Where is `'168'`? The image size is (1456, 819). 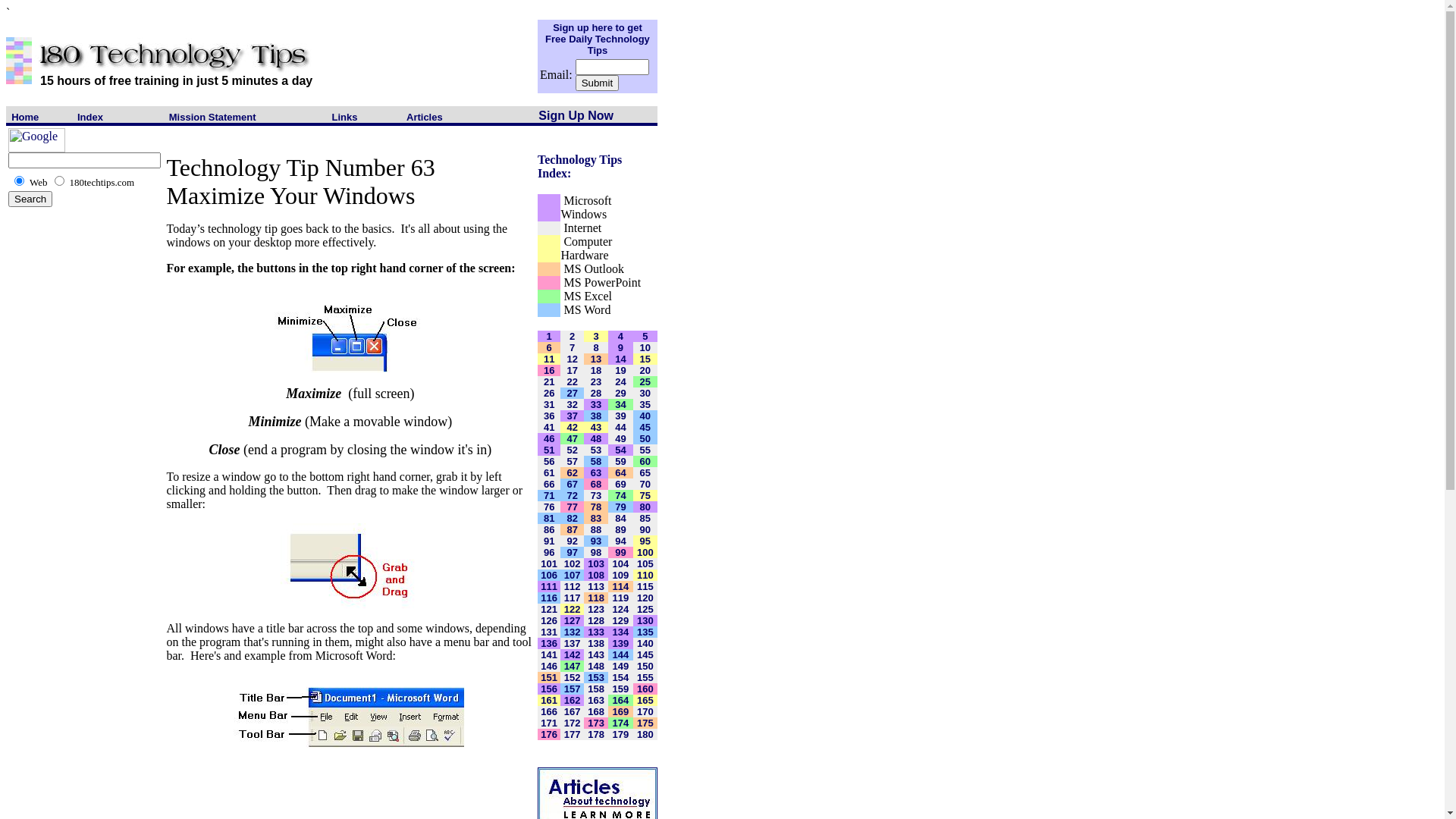
'168' is located at coordinates (595, 711).